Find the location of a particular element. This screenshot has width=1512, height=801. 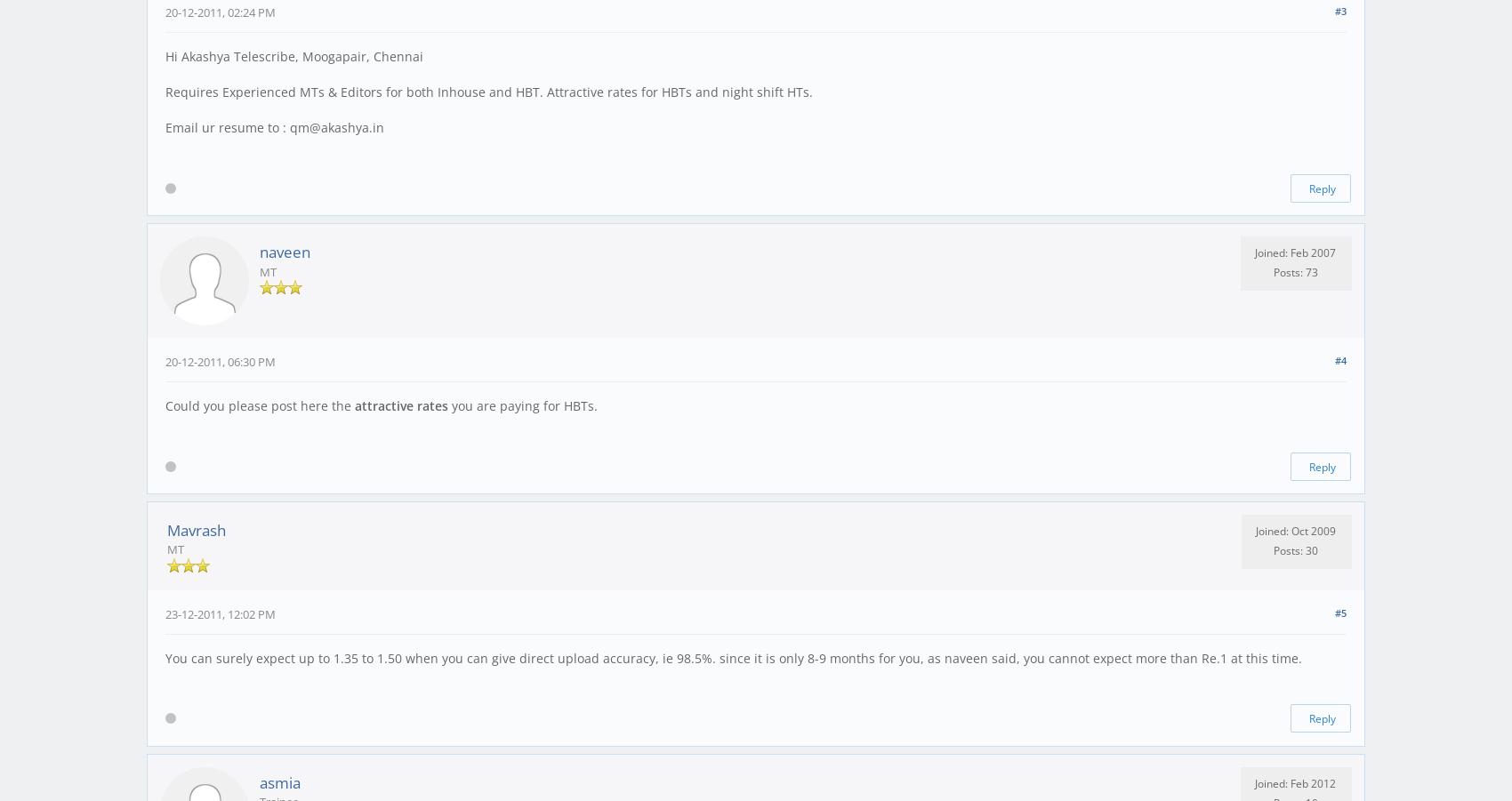

'23-12-2011, 12:02 PM' is located at coordinates (221, 613).